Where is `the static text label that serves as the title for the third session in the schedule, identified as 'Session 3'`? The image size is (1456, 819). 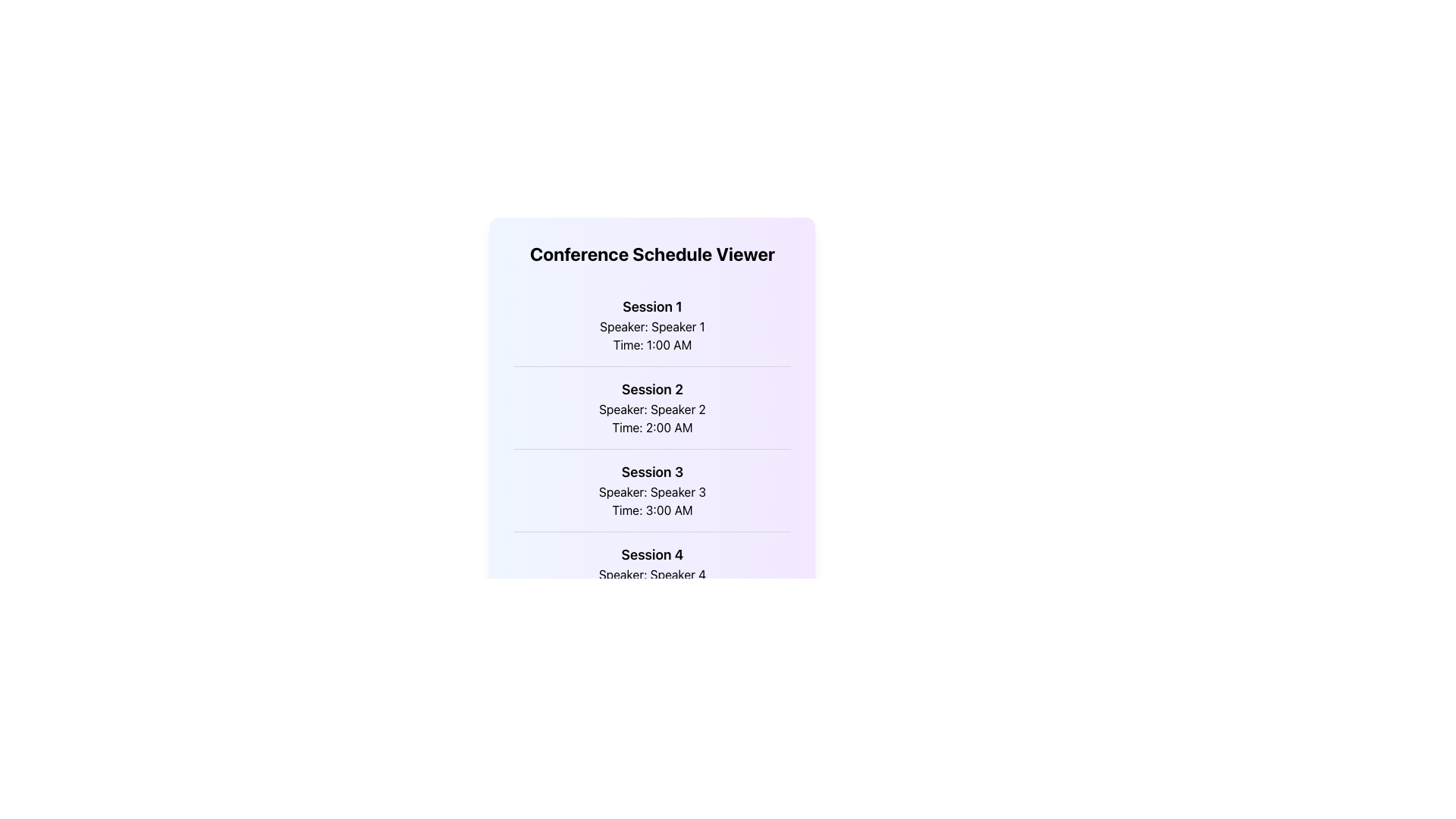 the static text label that serves as the title for the third session in the schedule, identified as 'Session 3' is located at coordinates (652, 472).